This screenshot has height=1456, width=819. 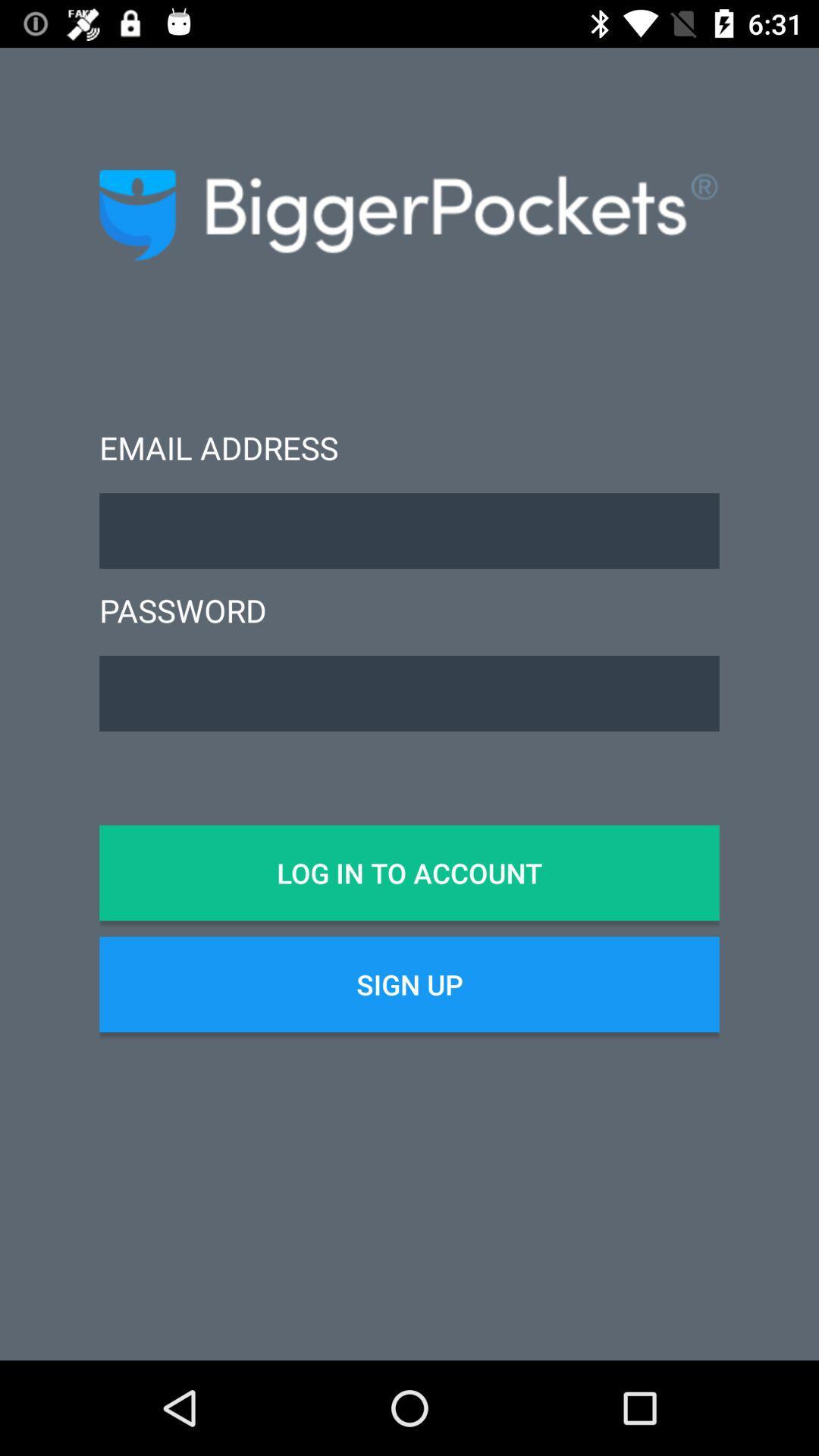 What do you see at coordinates (409, 873) in the screenshot?
I see `item above sign up item` at bounding box center [409, 873].